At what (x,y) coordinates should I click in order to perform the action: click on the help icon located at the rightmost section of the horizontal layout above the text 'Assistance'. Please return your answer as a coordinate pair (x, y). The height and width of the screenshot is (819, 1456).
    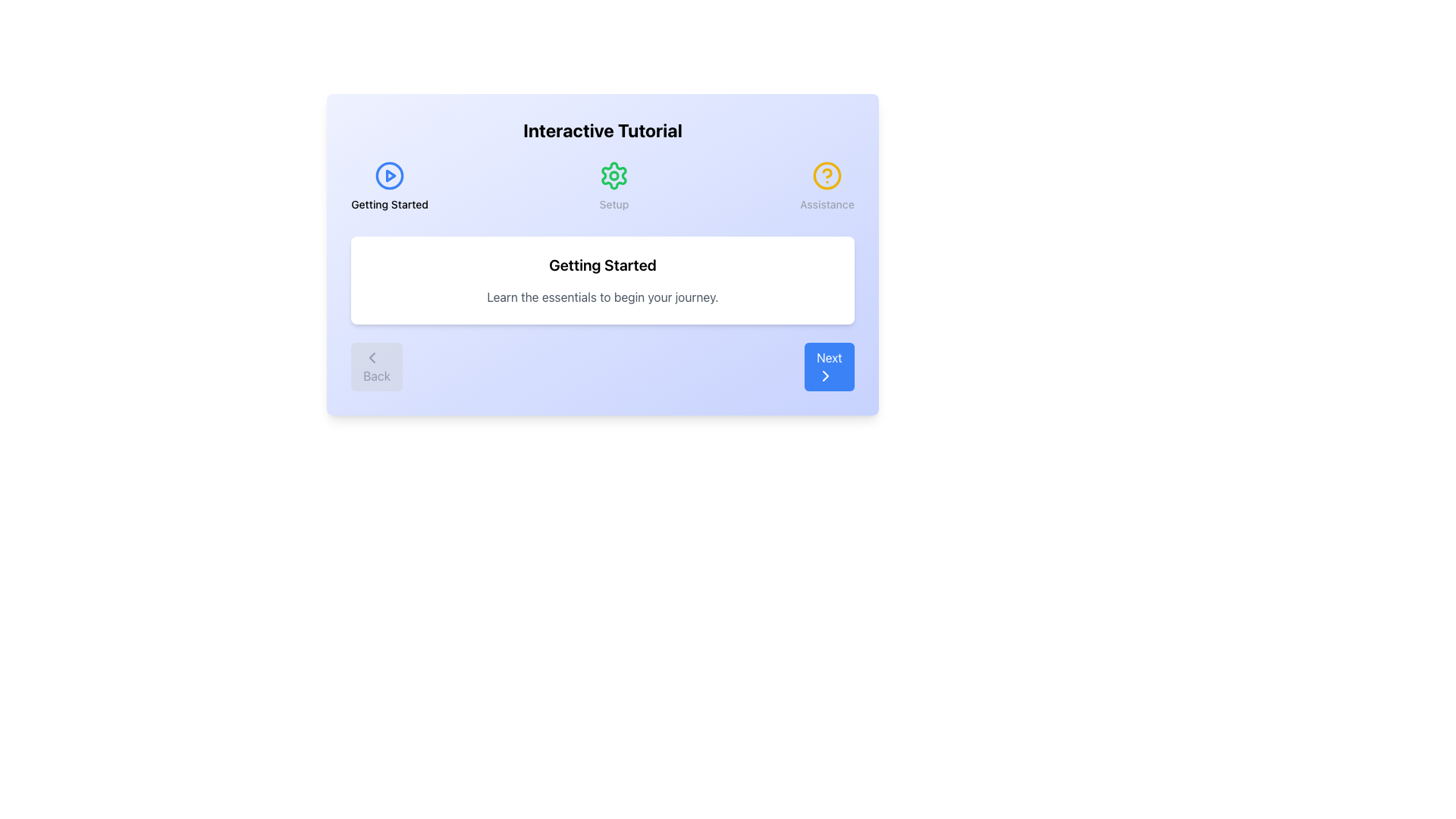
    Looking at the image, I should click on (826, 174).